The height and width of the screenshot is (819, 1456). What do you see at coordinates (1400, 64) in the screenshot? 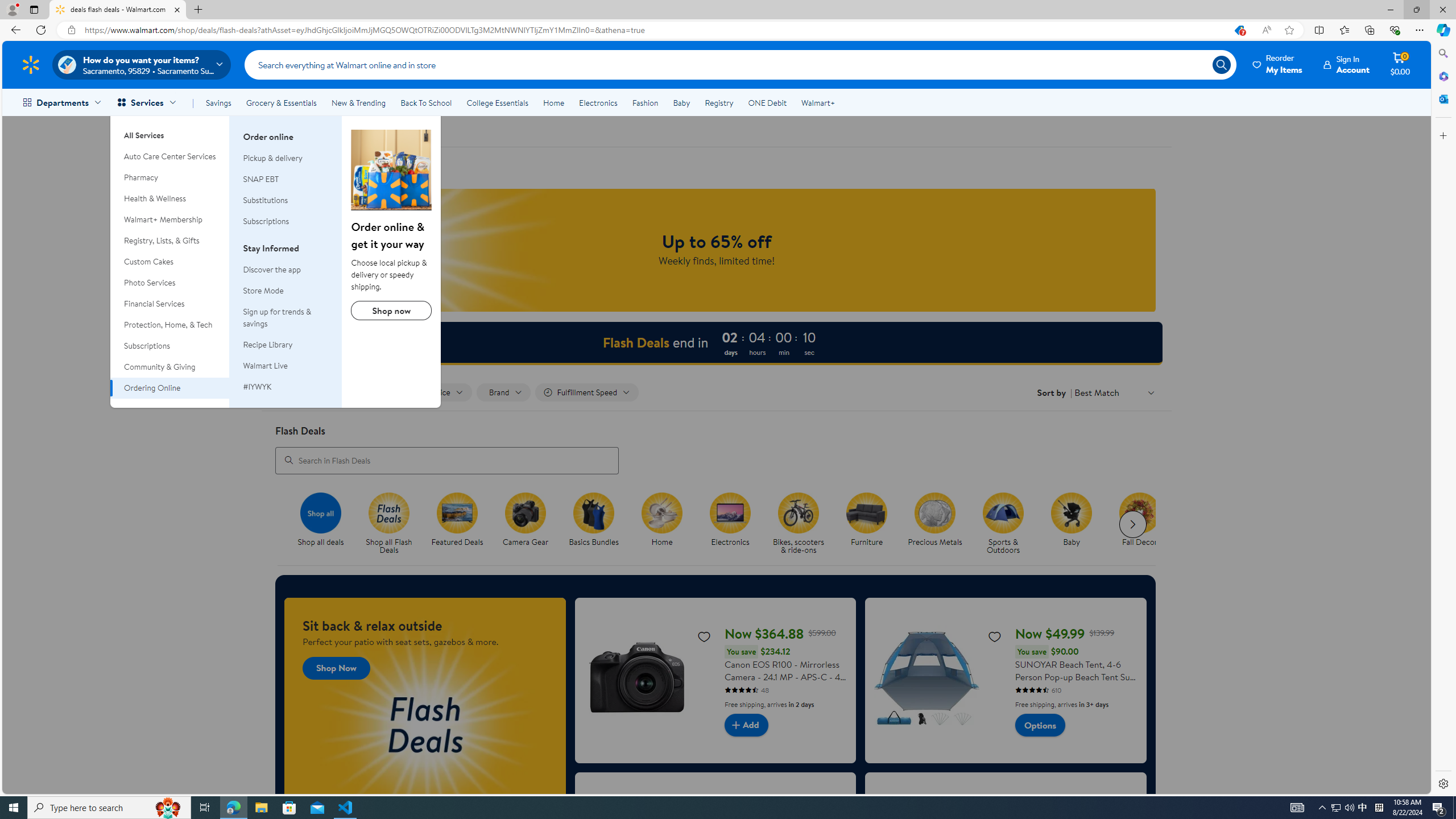
I see `'Cart contains 0 items Total Amount $0.00'` at bounding box center [1400, 64].